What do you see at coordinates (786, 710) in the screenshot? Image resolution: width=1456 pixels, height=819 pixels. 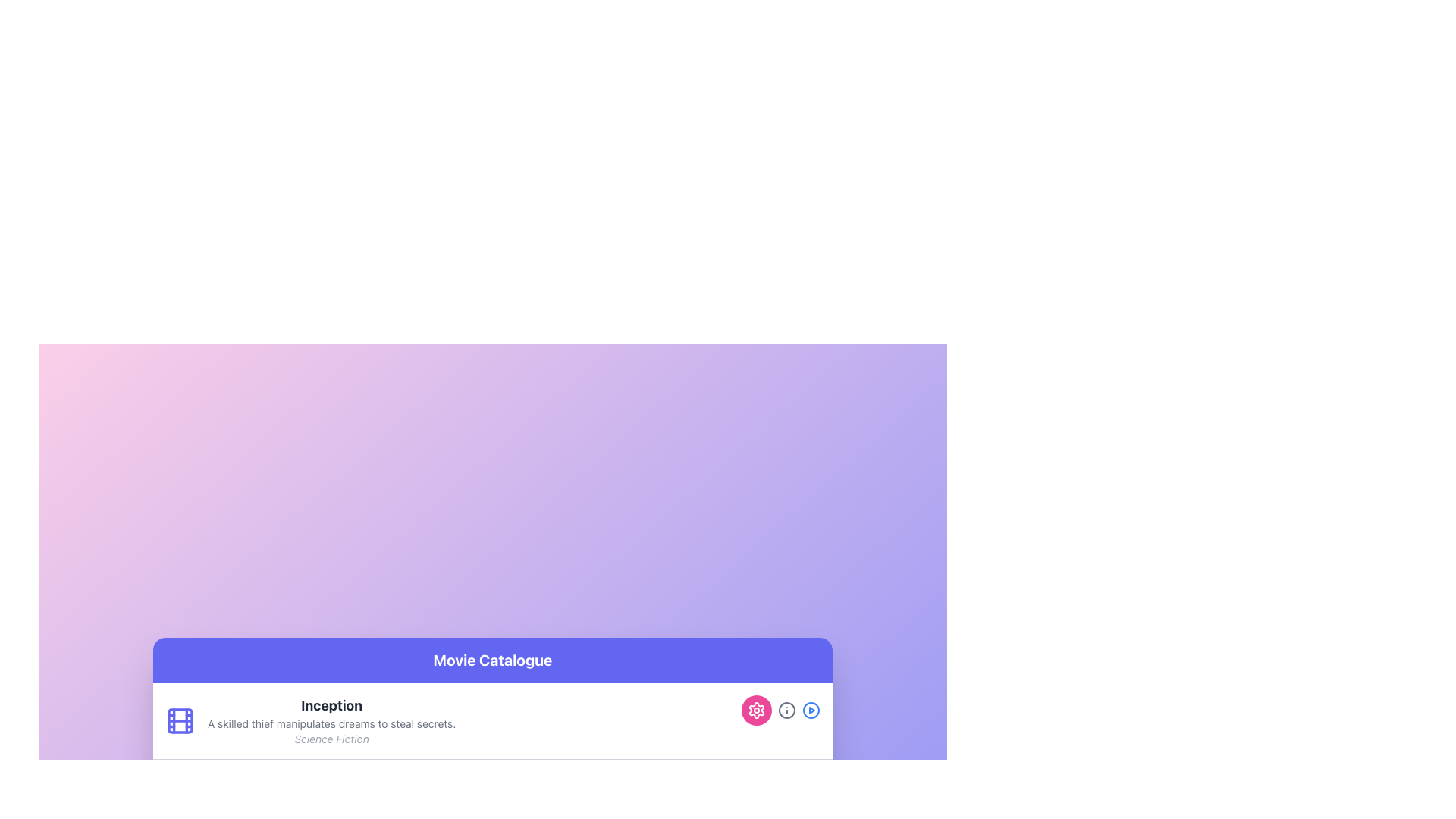 I see `the information icon located under the 'Movie Catalogue' section, positioned between a pink circular settings icon and a blue play icon` at bounding box center [786, 710].